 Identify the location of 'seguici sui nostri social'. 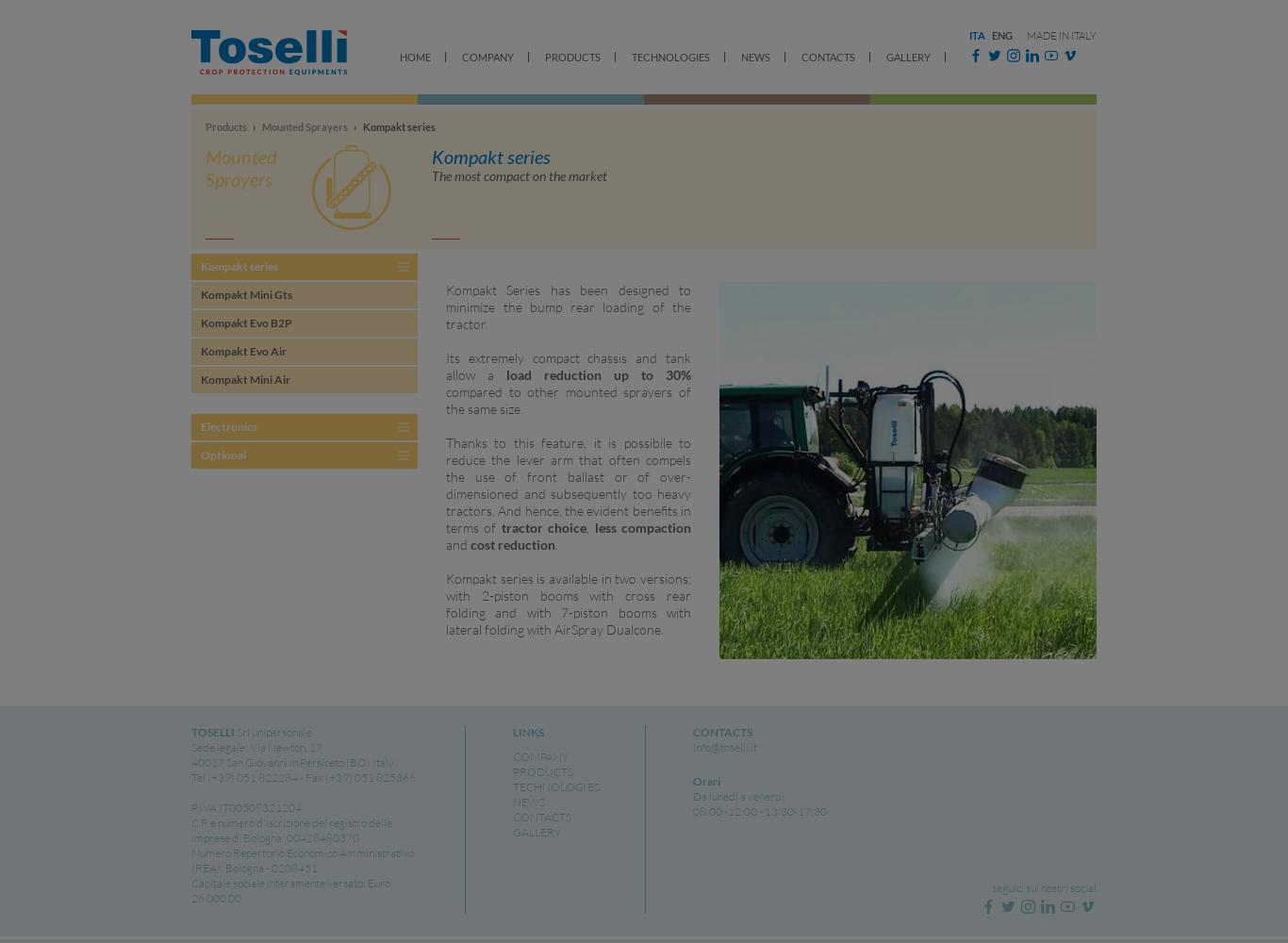
(1043, 886).